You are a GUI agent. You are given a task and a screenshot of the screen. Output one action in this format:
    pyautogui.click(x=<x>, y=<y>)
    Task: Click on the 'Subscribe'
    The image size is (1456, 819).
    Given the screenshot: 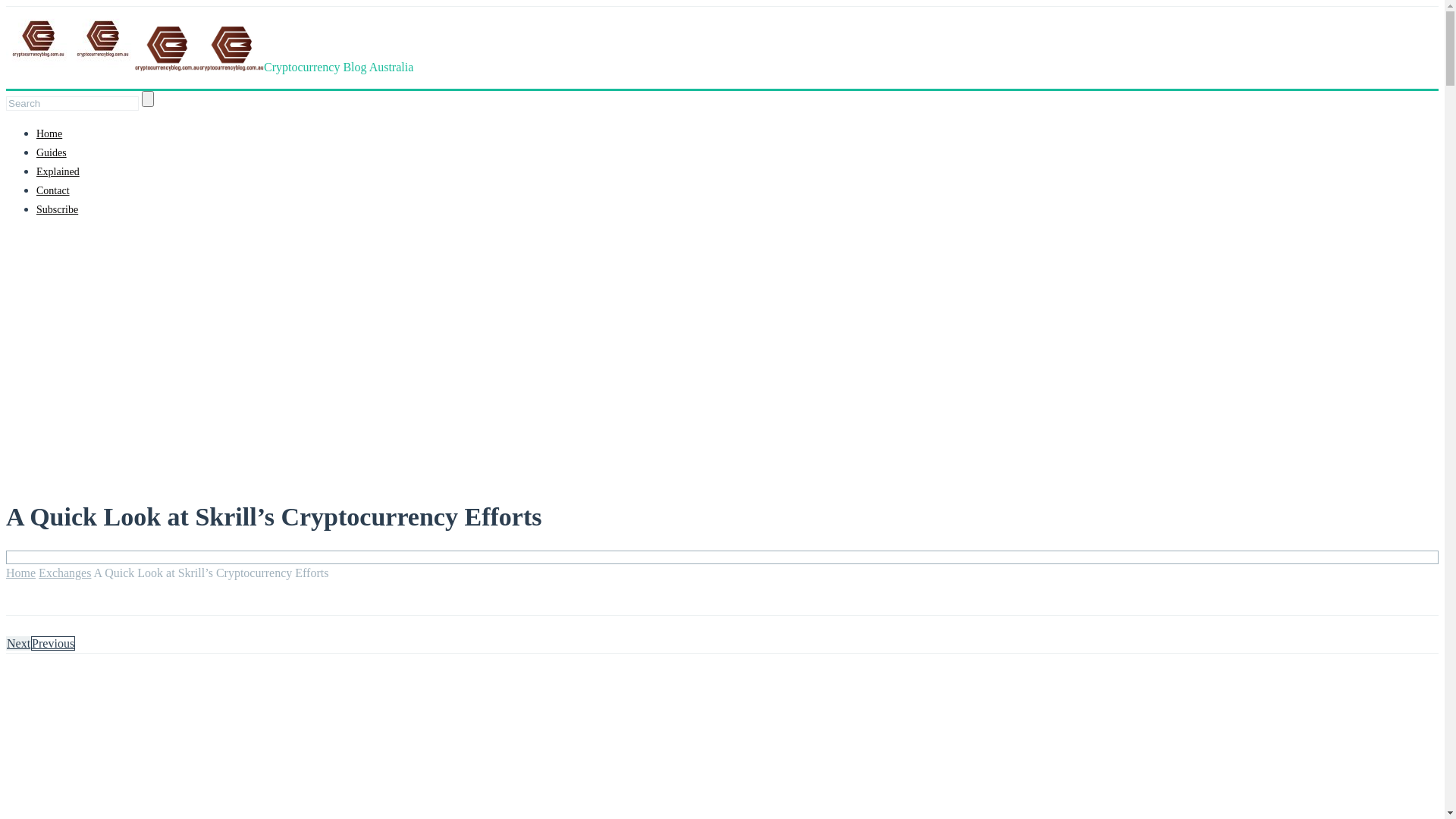 What is the action you would take?
    pyautogui.click(x=36, y=209)
    